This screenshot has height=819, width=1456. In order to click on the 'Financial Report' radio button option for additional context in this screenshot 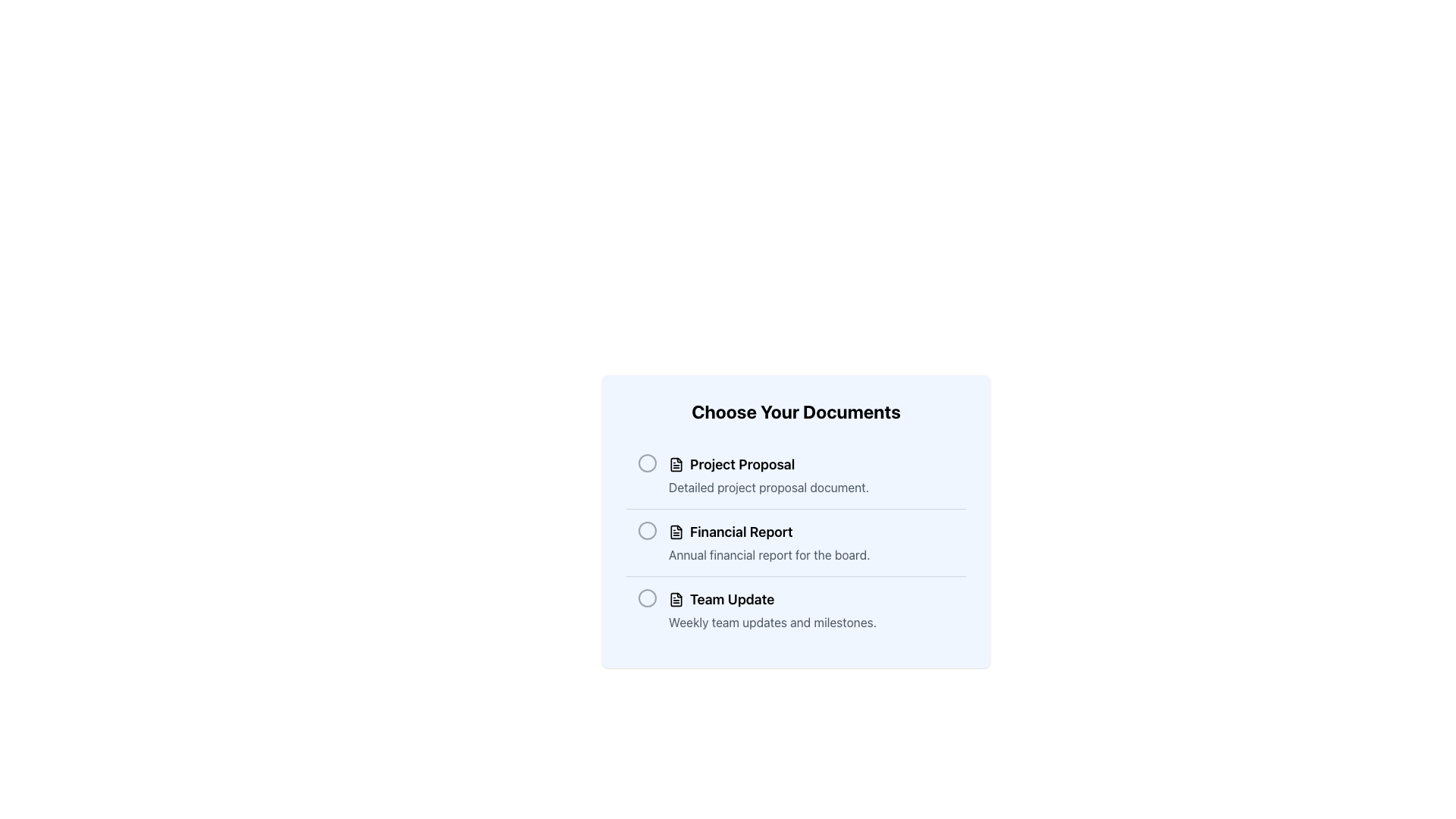, I will do `click(795, 541)`.